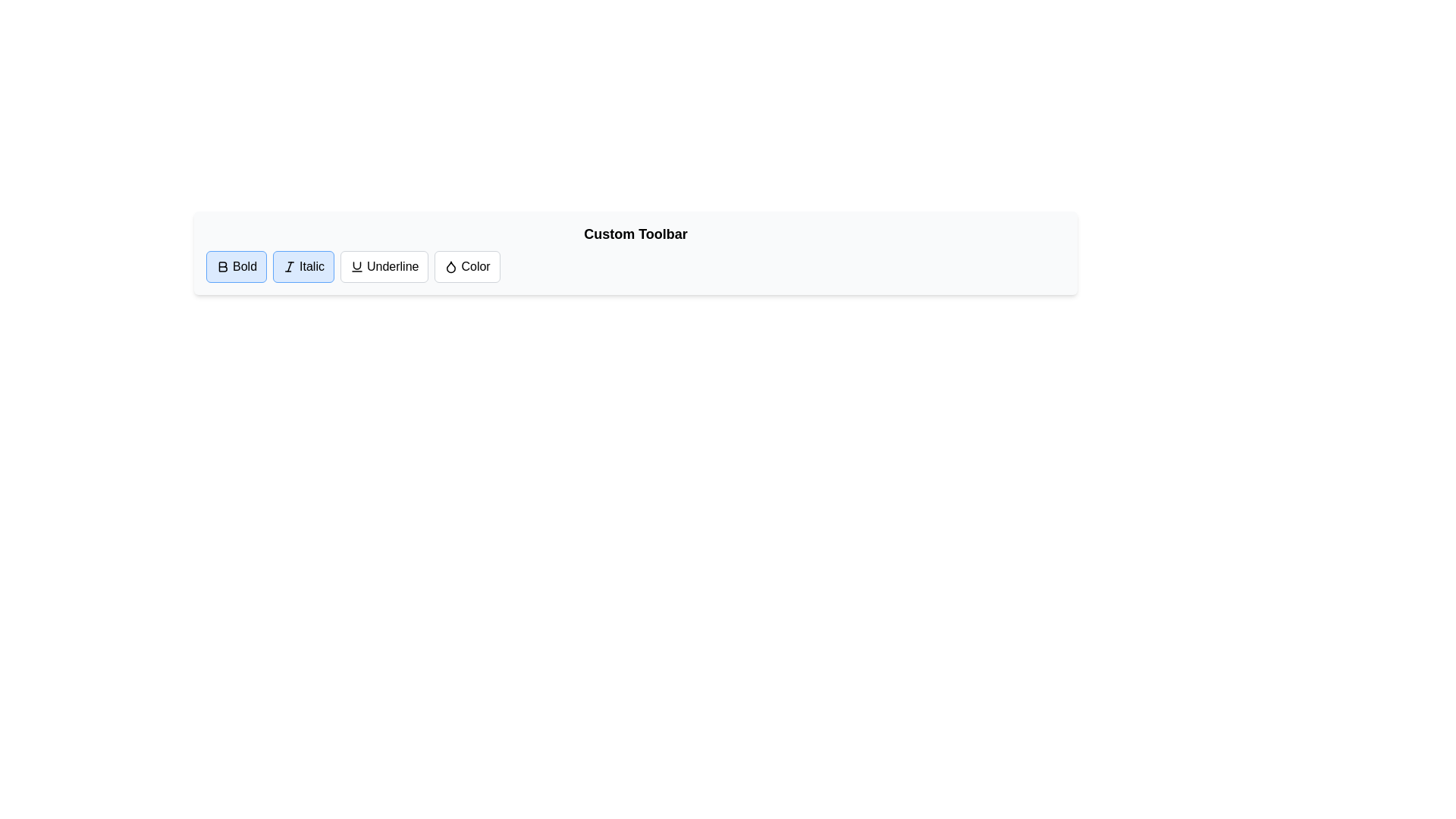 The height and width of the screenshot is (819, 1456). I want to click on the italicized 'I' icon in the formatting options toolbar, which is styled in a minimalistic manner and positioned second from the left, so click(290, 265).